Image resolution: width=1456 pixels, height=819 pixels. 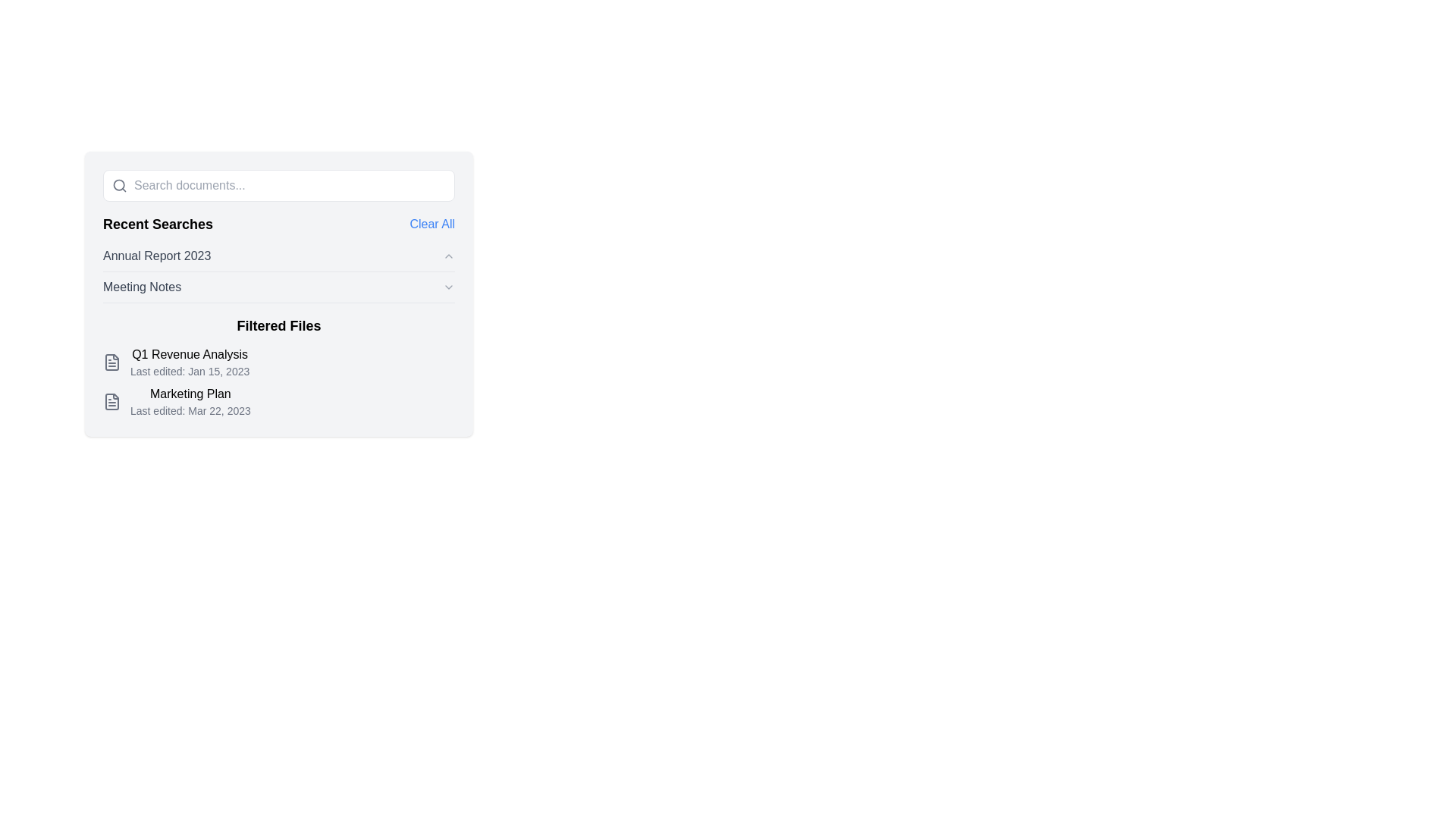 What do you see at coordinates (431, 224) in the screenshot?
I see `the clear all recent searches link` at bounding box center [431, 224].